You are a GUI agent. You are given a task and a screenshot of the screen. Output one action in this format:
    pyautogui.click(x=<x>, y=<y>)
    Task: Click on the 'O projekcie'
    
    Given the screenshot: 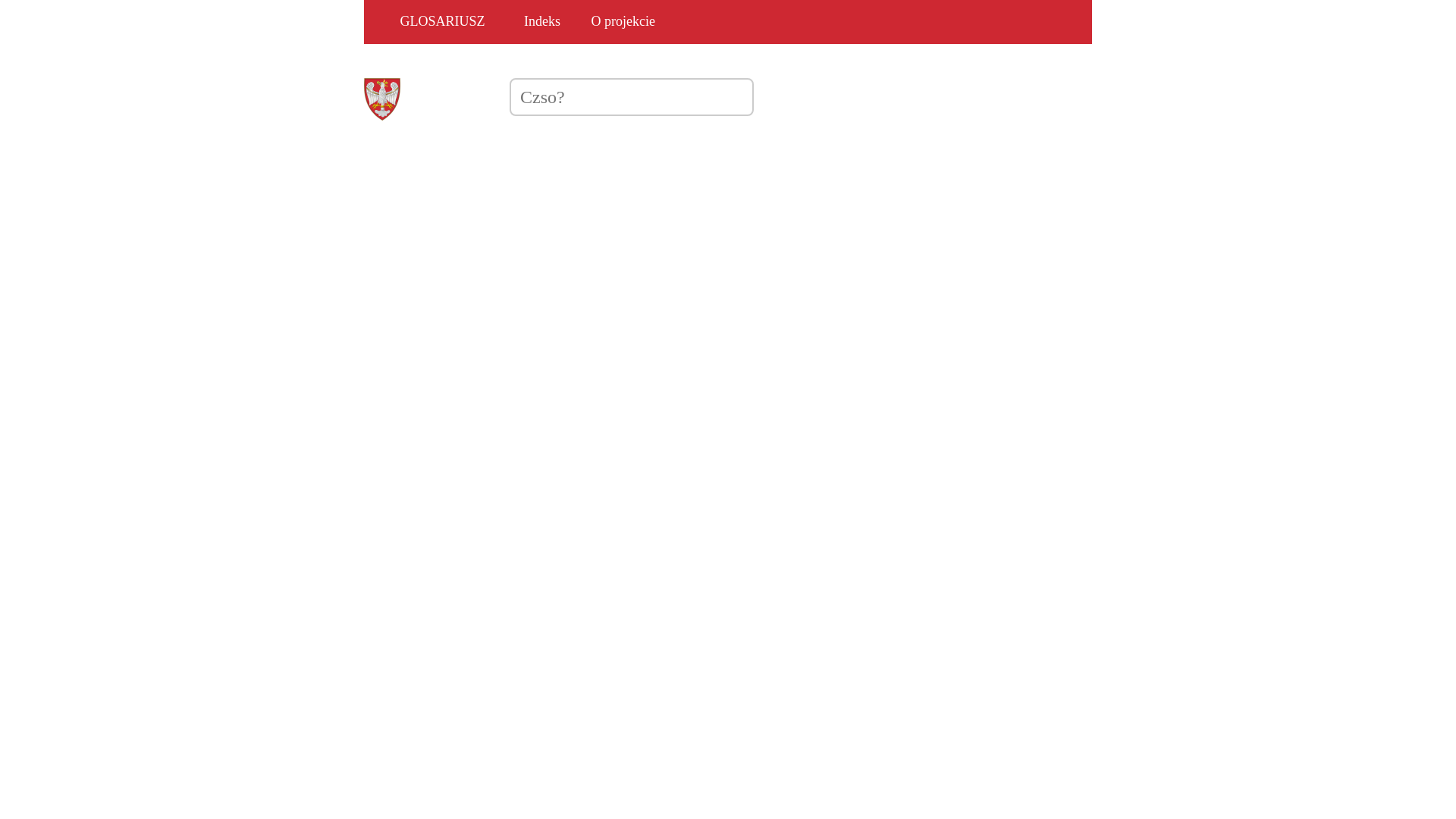 What is the action you would take?
    pyautogui.click(x=577, y=22)
    